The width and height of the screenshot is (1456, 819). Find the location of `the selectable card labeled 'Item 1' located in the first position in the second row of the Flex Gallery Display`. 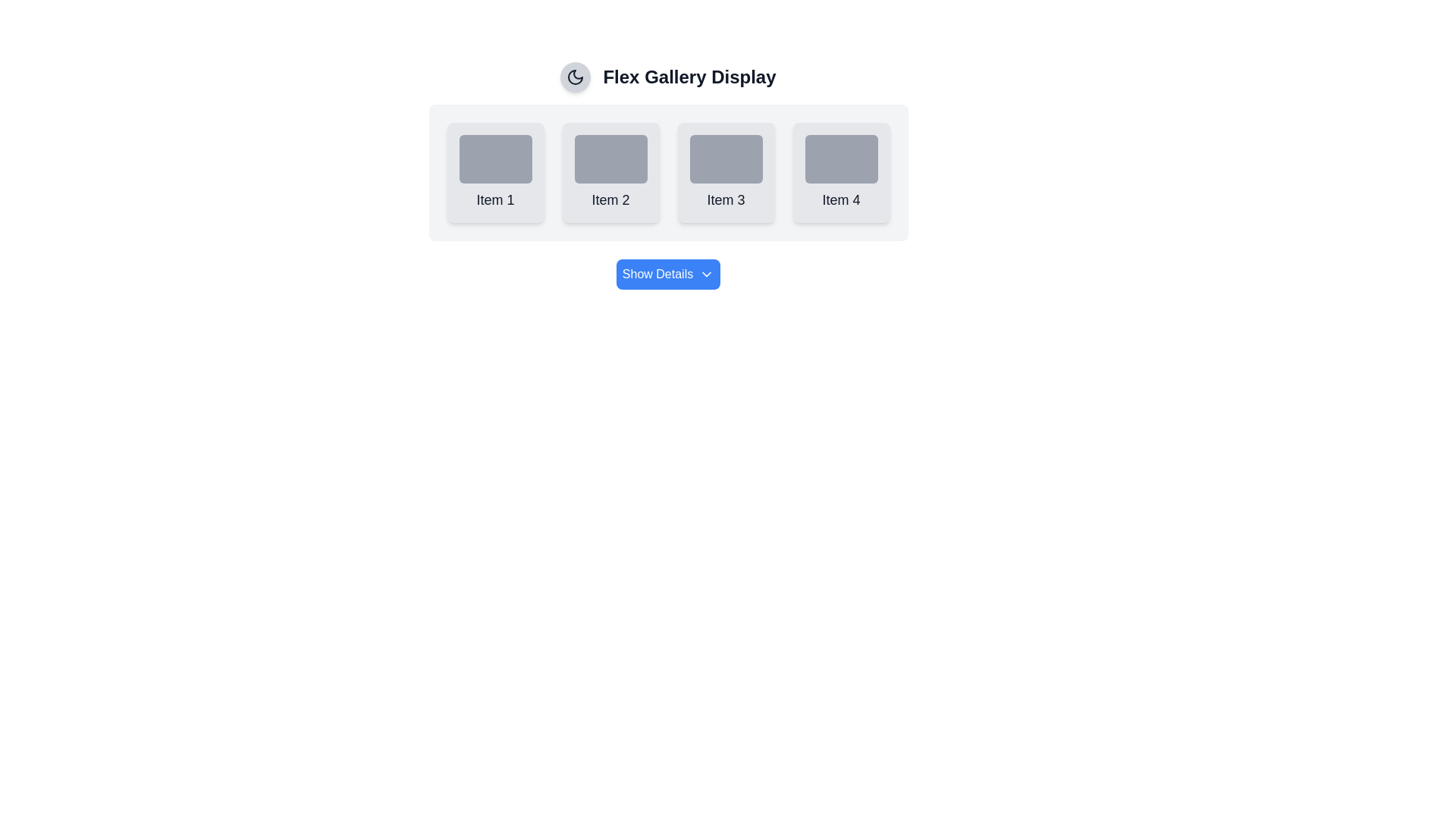

the selectable card labeled 'Item 1' located in the first position in the second row of the Flex Gallery Display is located at coordinates (495, 171).